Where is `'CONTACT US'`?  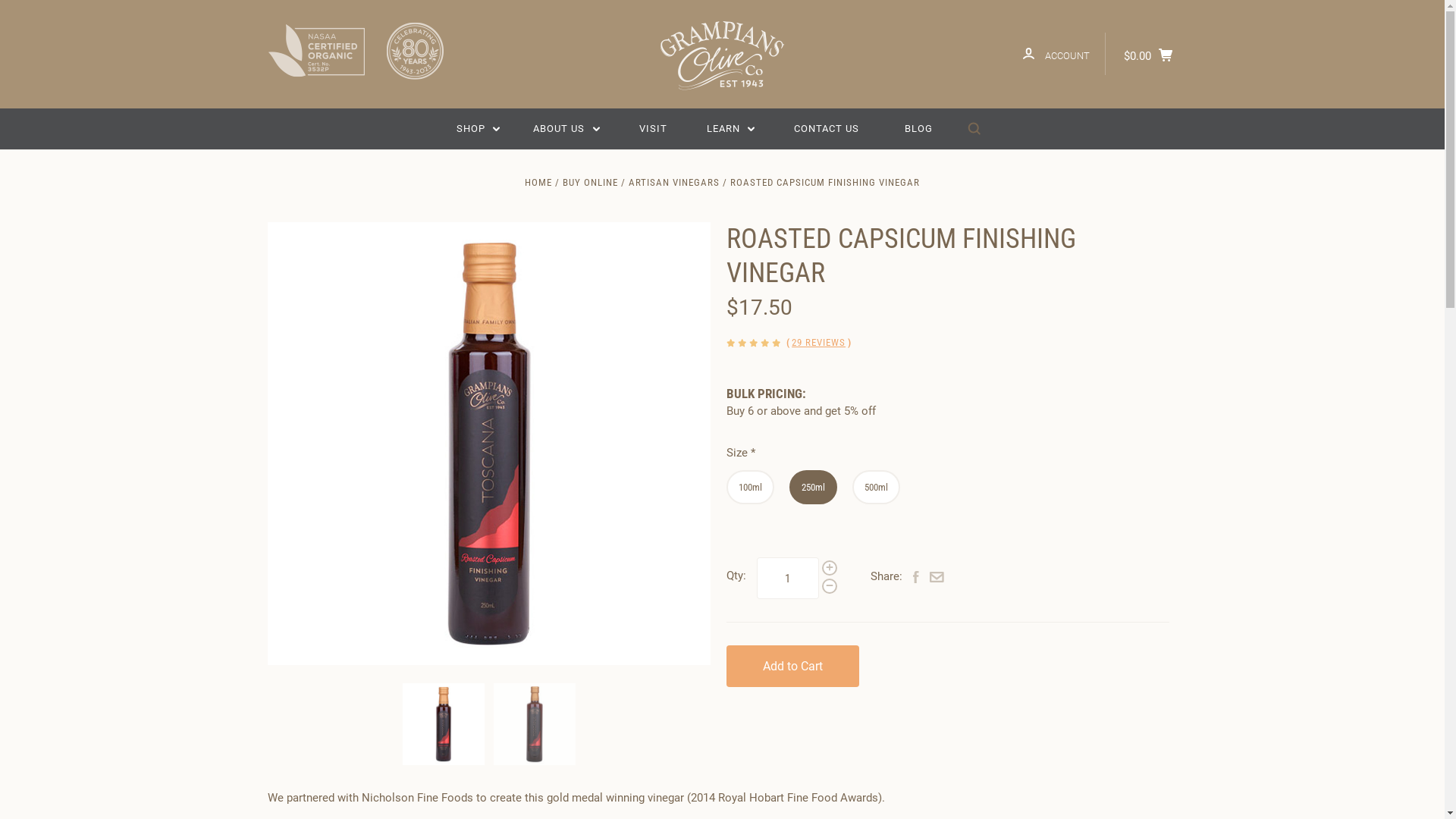 'CONTACT US' is located at coordinates (825, 127).